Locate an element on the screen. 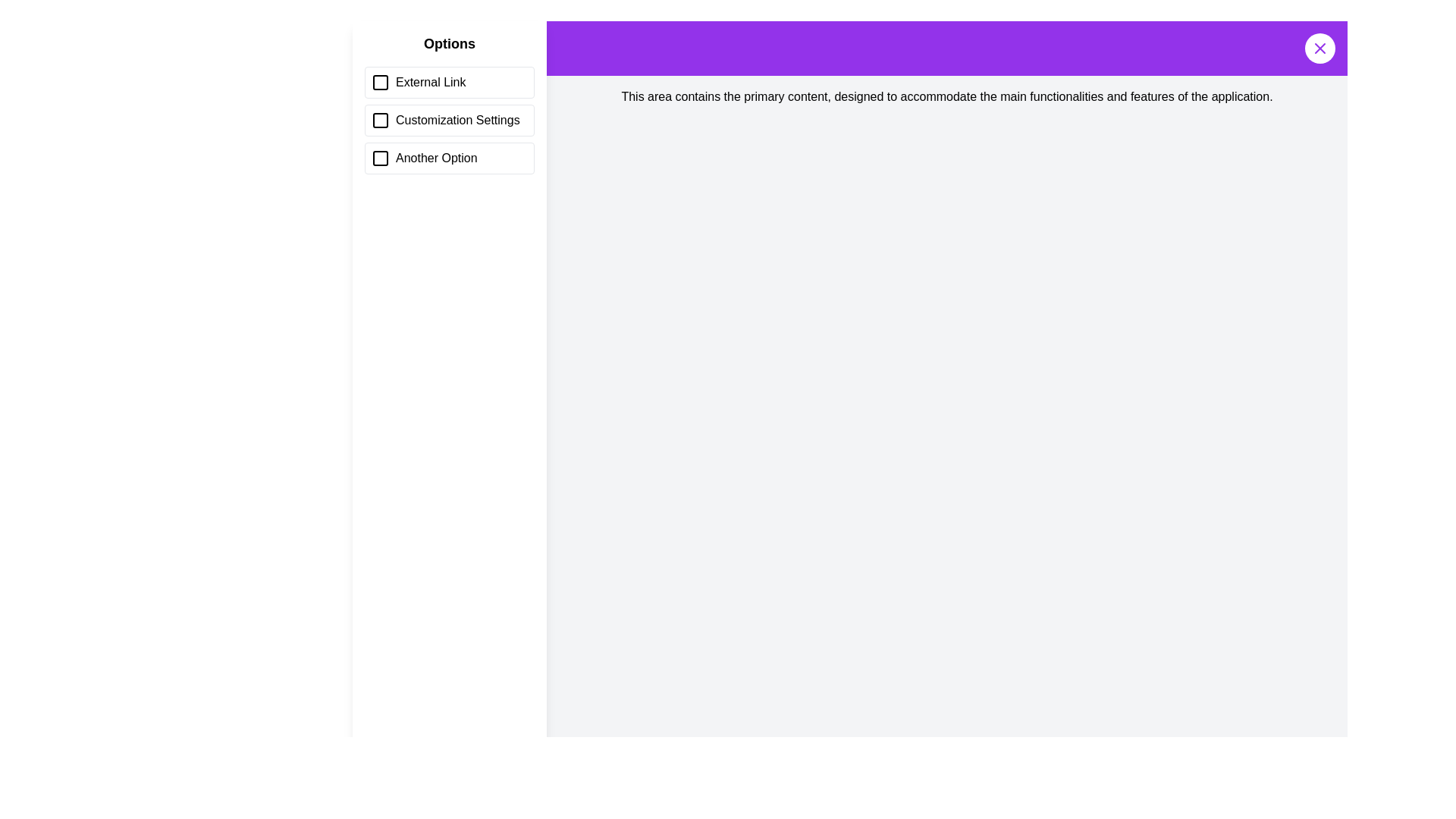 Image resolution: width=1456 pixels, height=819 pixels. the Static Text Block located directly below the purple header bar, which explains the features and functionalities available in the primary content area is located at coordinates (946, 96).